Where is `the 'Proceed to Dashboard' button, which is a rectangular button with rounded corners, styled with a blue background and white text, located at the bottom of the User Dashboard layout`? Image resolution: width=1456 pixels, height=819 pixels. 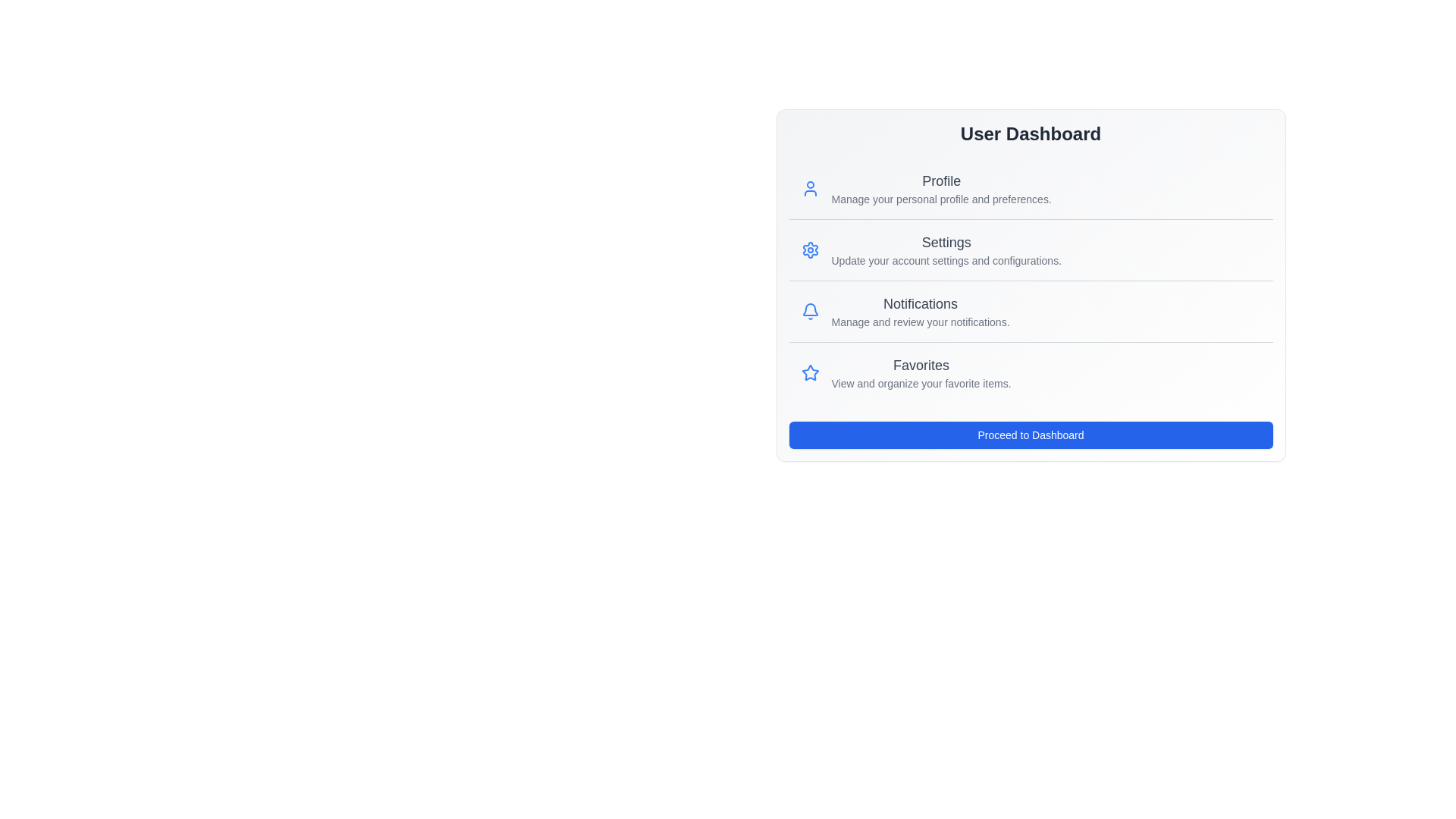
the 'Proceed to Dashboard' button, which is a rectangular button with rounded corners, styled with a blue background and white text, located at the bottom of the User Dashboard layout is located at coordinates (1031, 435).